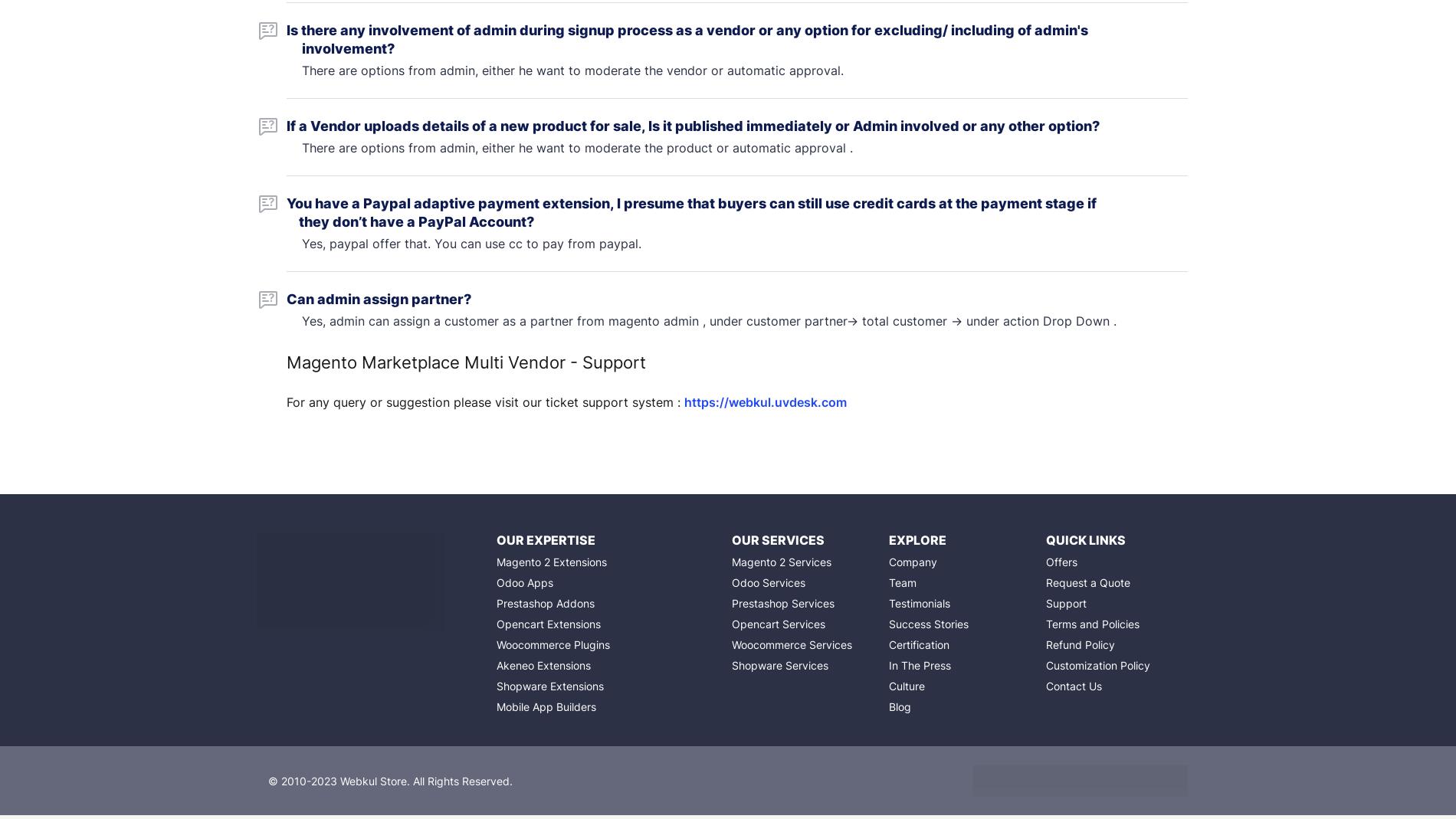 The height and width of the screenshot is (819, 1456). What do you see at coordinates (899, 706) in the screenshot?
I see `'Blog'` at bounding box center [899, 706].